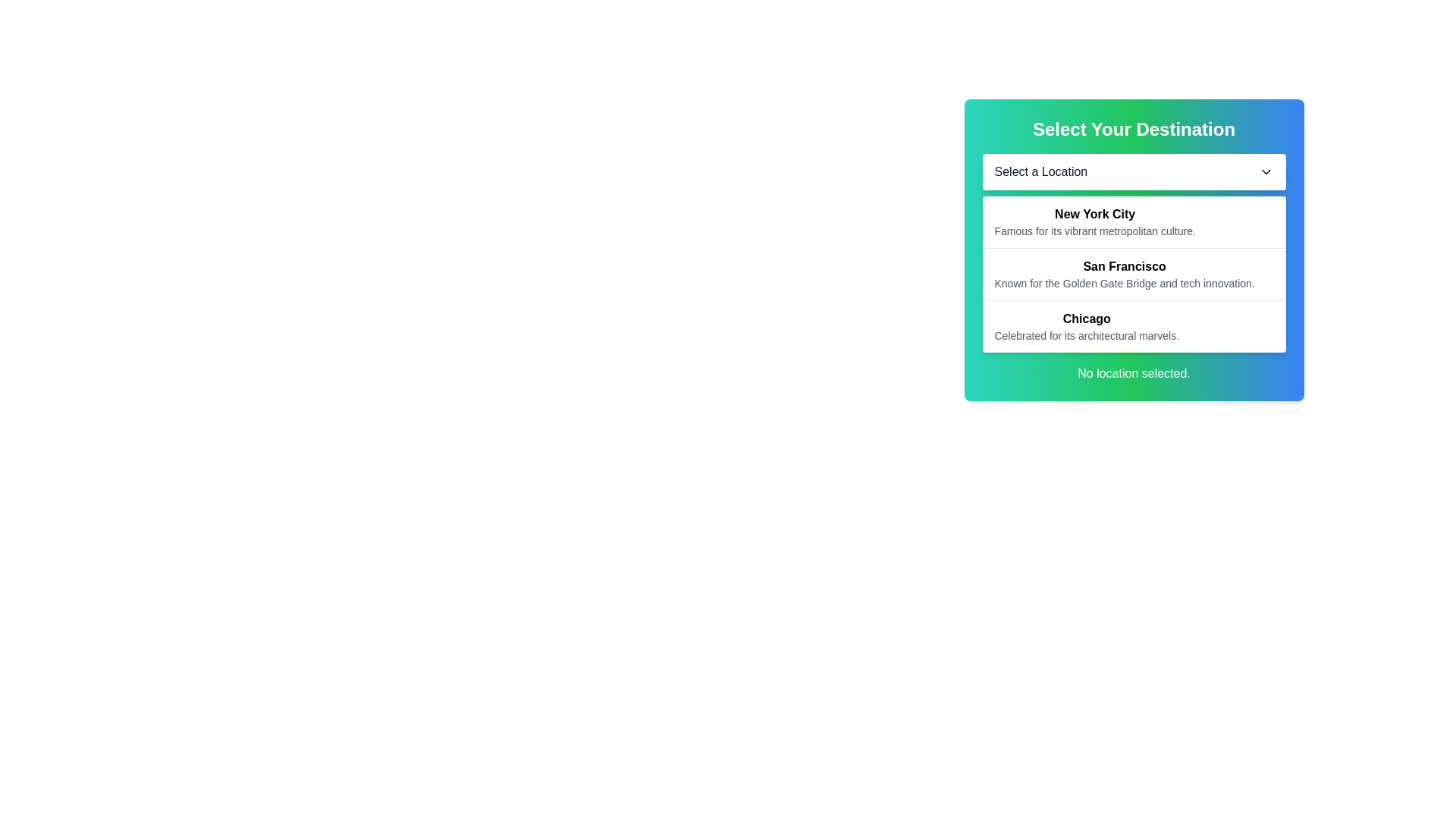 This screenshot has height=819, width=1456. What do you see at coordinates (1125, 265) in the screenshot?
I see `the text label indicating 'San Francisco', which is positioned below 'New York City' and above 'Chicago' in the list of location options` at bounding box center [1125, 265].